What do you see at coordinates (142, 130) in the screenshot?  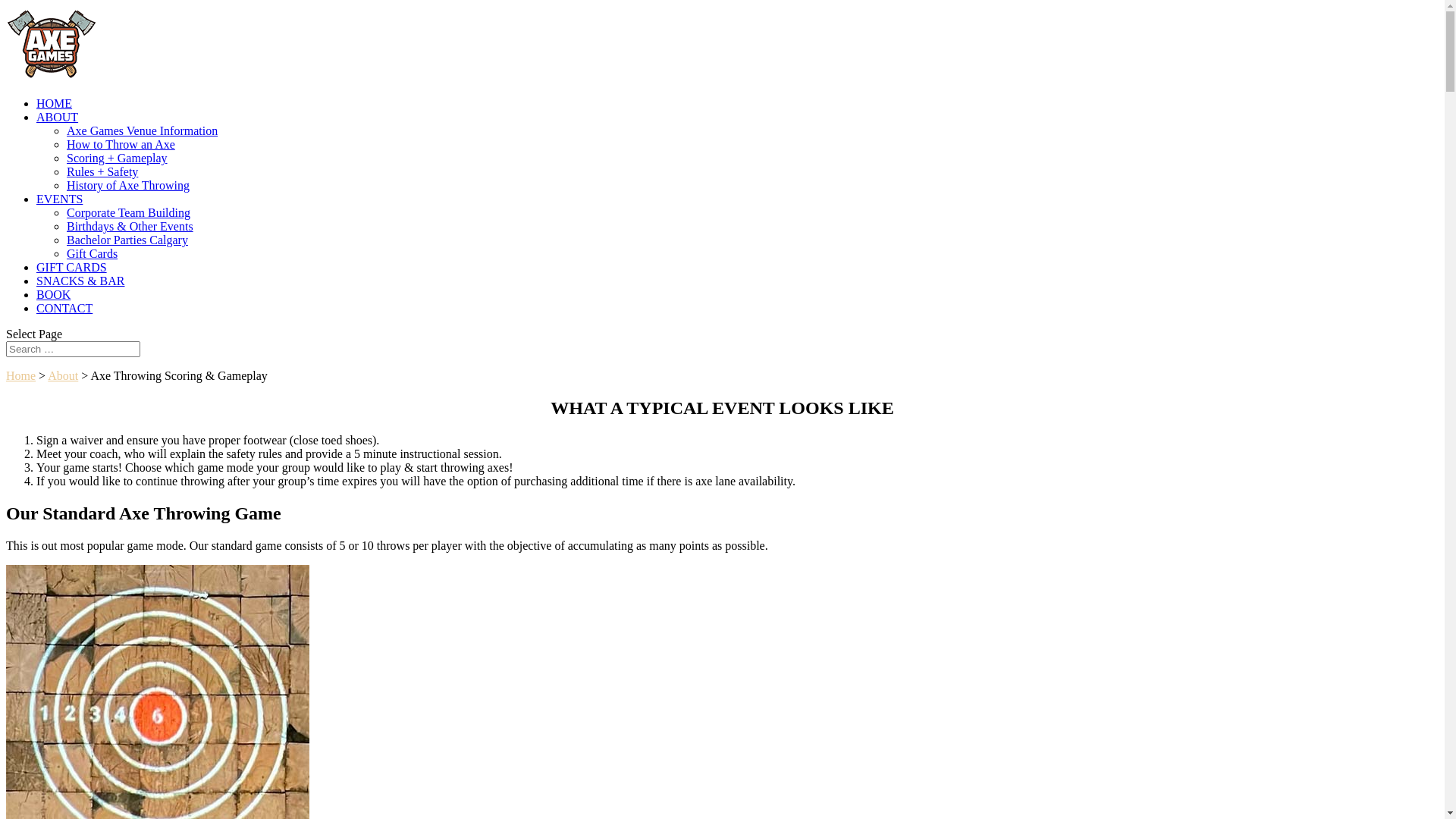 I see `'Axe Games Venue Information'` at bounding box center [142, 130].